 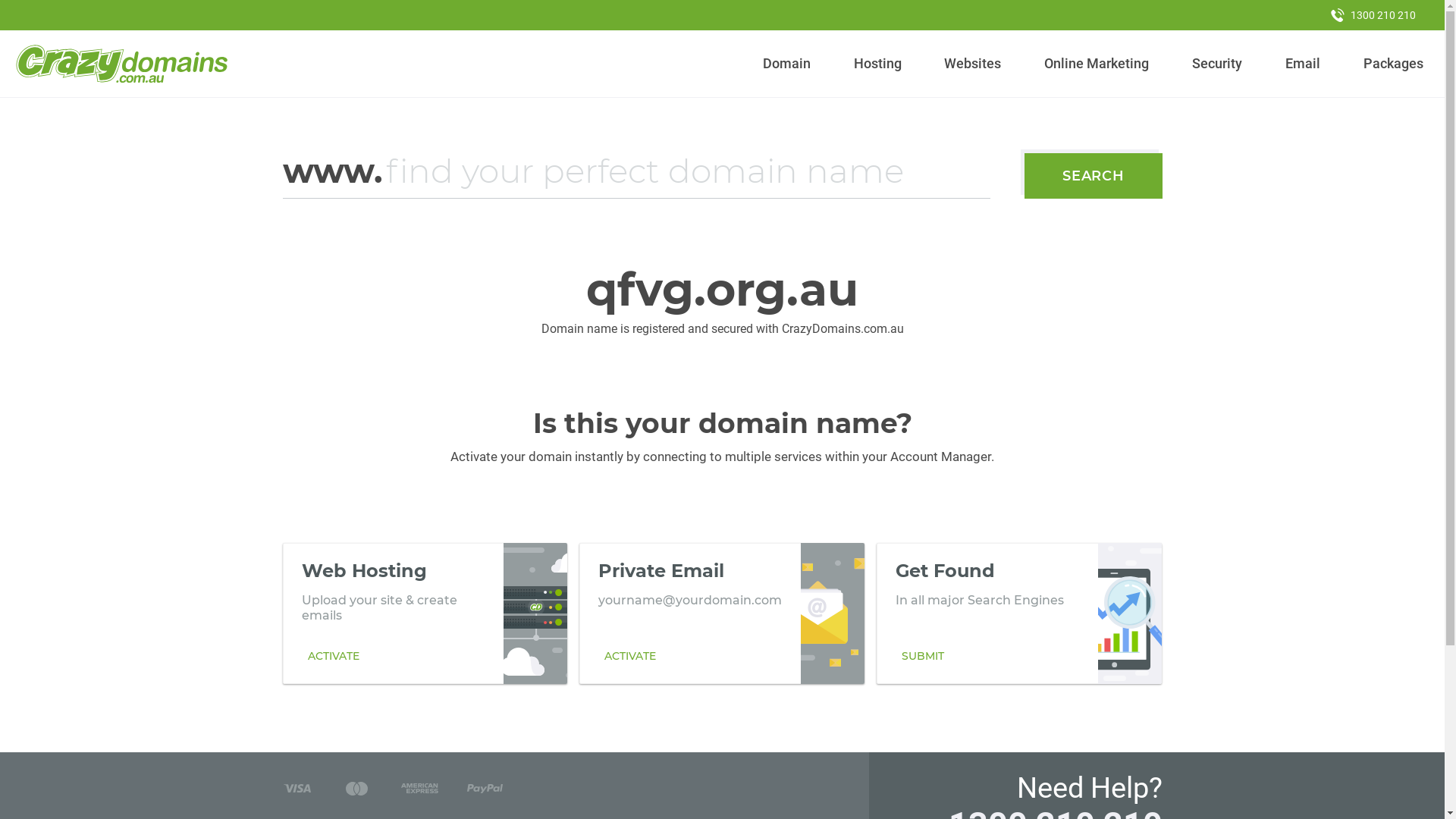 I want to click on 'Get Found, so click(x=1019, y=613).